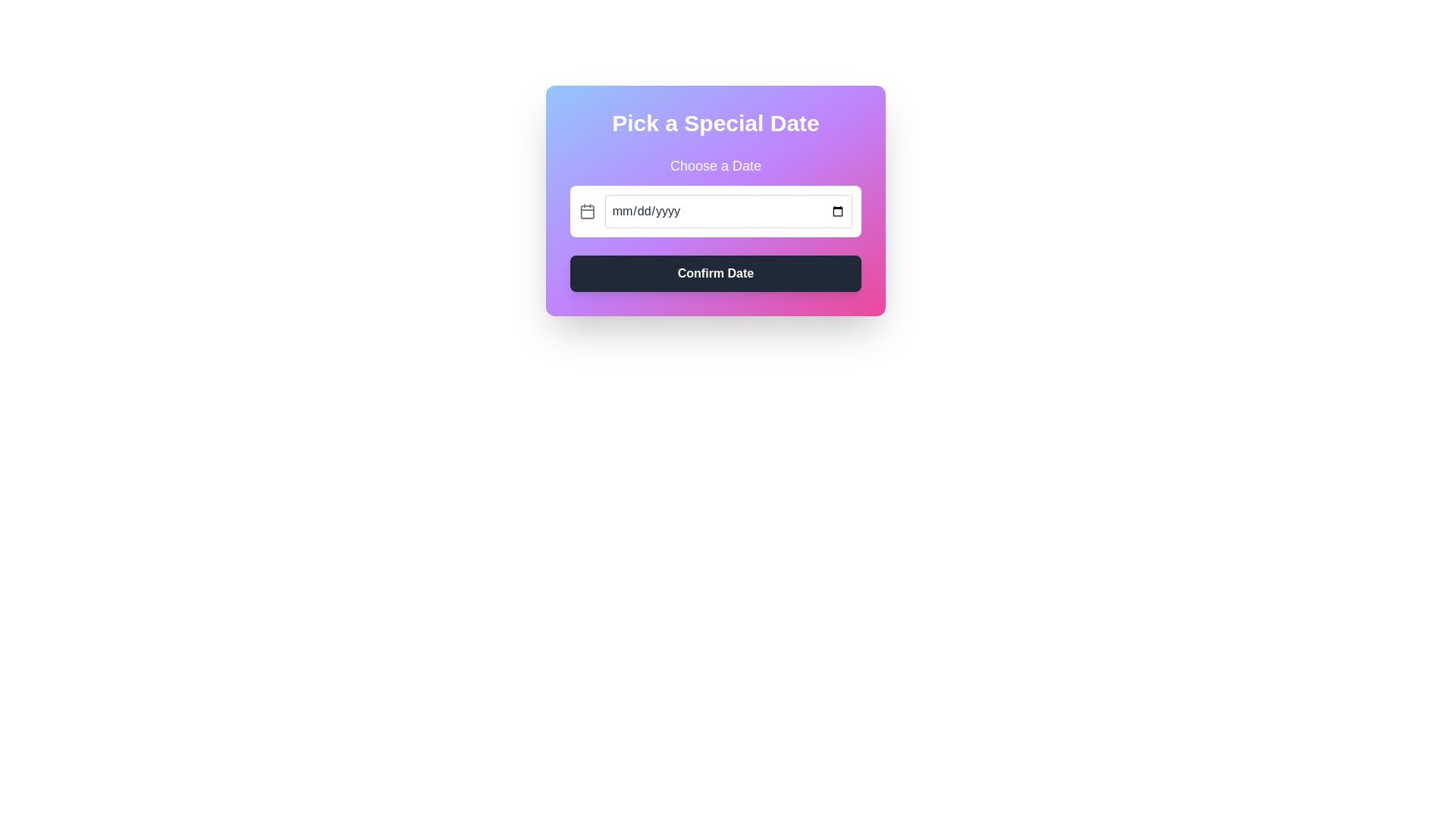  I want to click on the square-shaped icon within the calendar icon, positioned below the two vertical lines at the top edge, so click(586, 212).